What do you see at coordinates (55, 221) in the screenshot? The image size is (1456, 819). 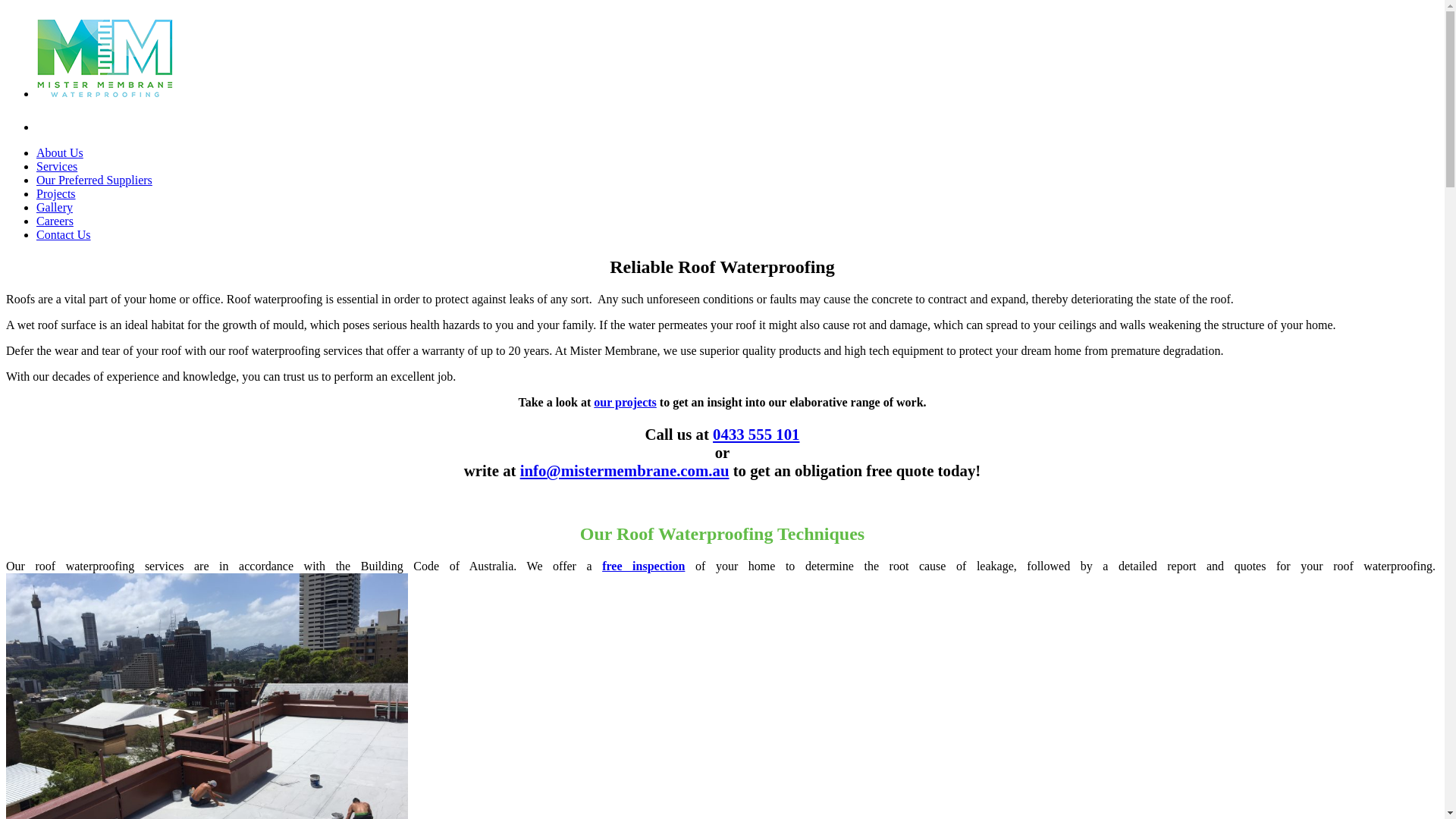 I see `'Careers'` at bounding box center [55, 221].